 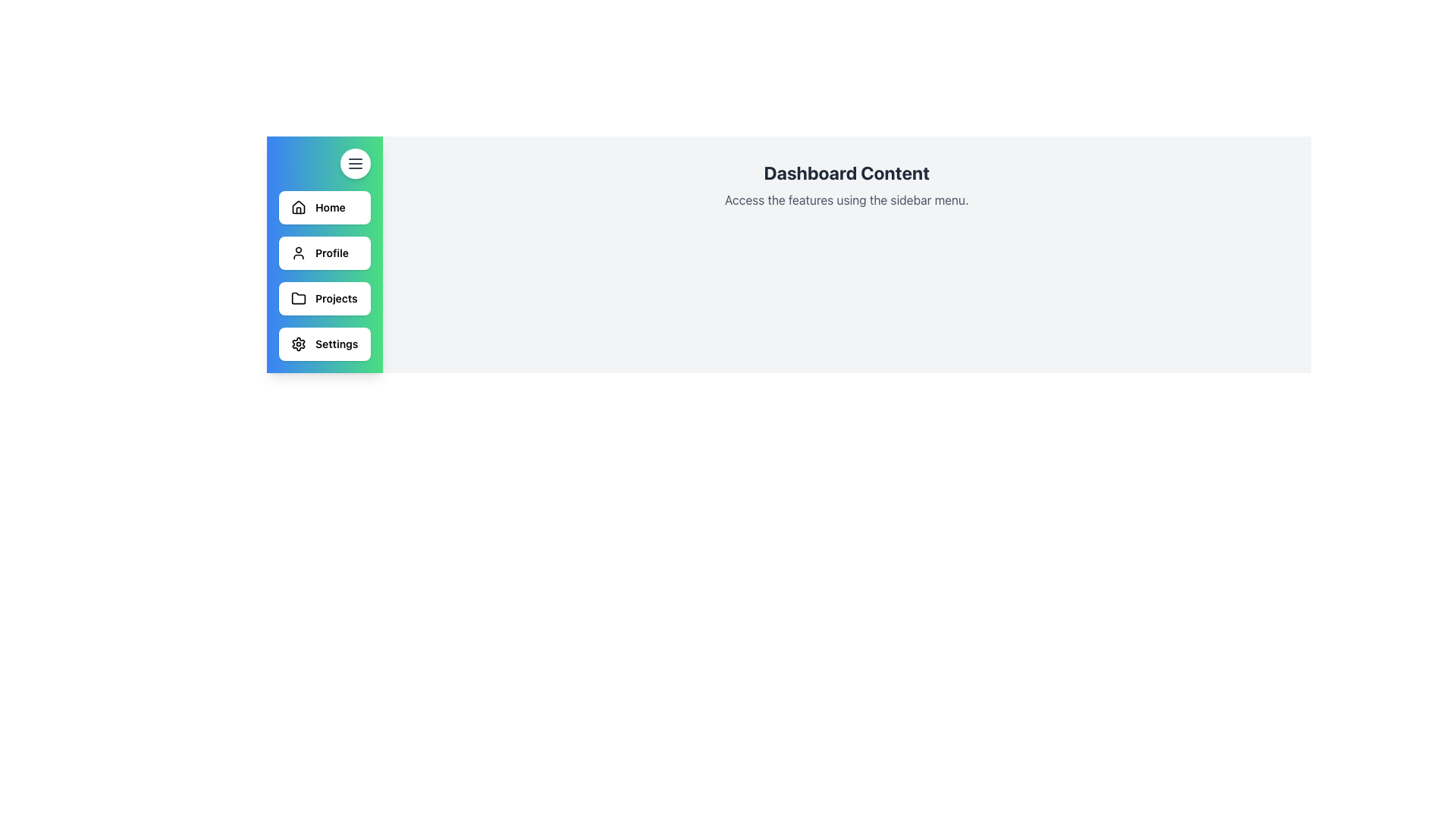 I want to click on the folder icon in the Projects menu option in the sidebar, which is the third interactive item in the vertical stack, so click(x=298, y=298).